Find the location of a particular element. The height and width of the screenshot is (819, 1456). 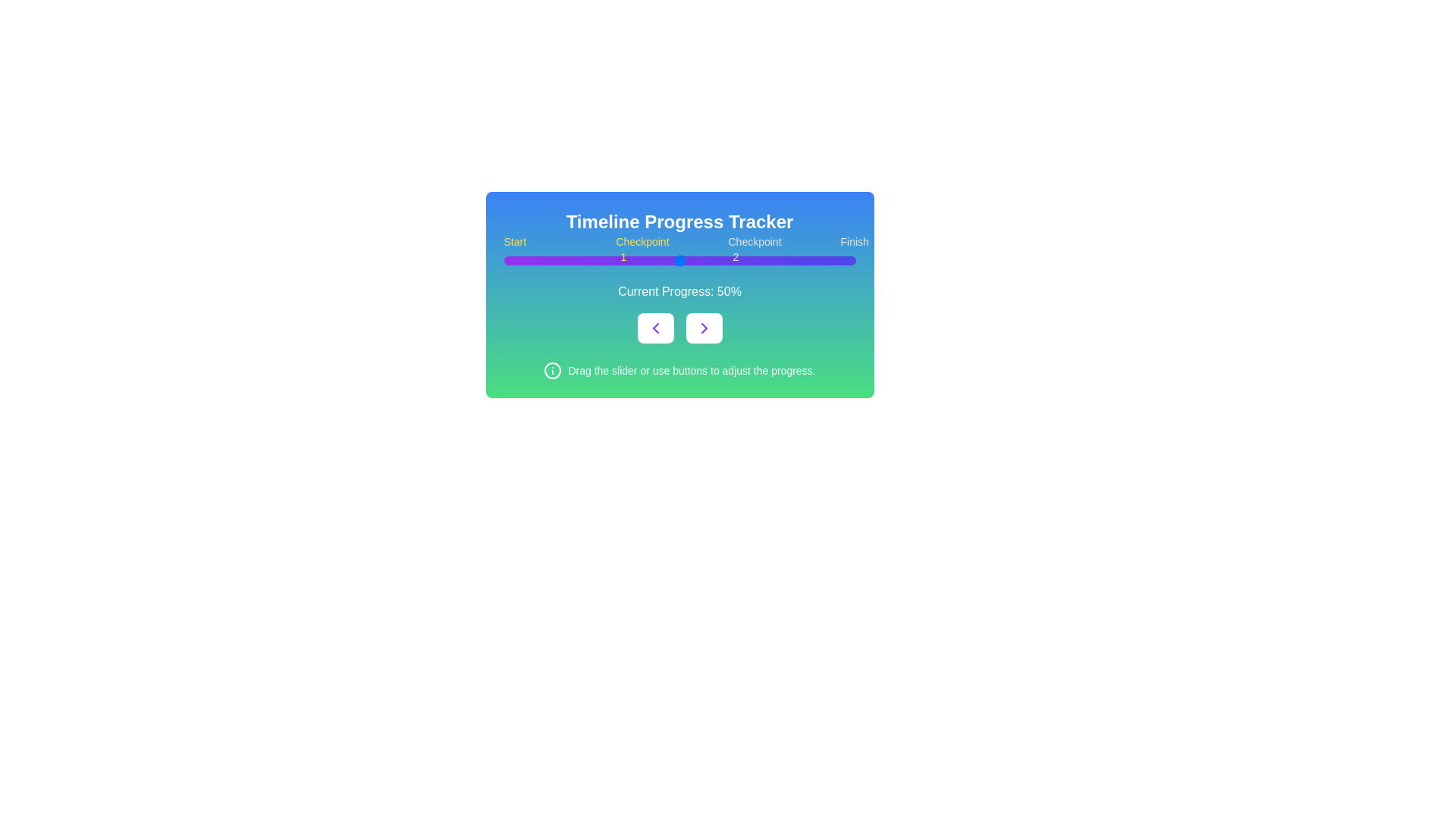

progress on the slider is located at coordinates (587, 259).